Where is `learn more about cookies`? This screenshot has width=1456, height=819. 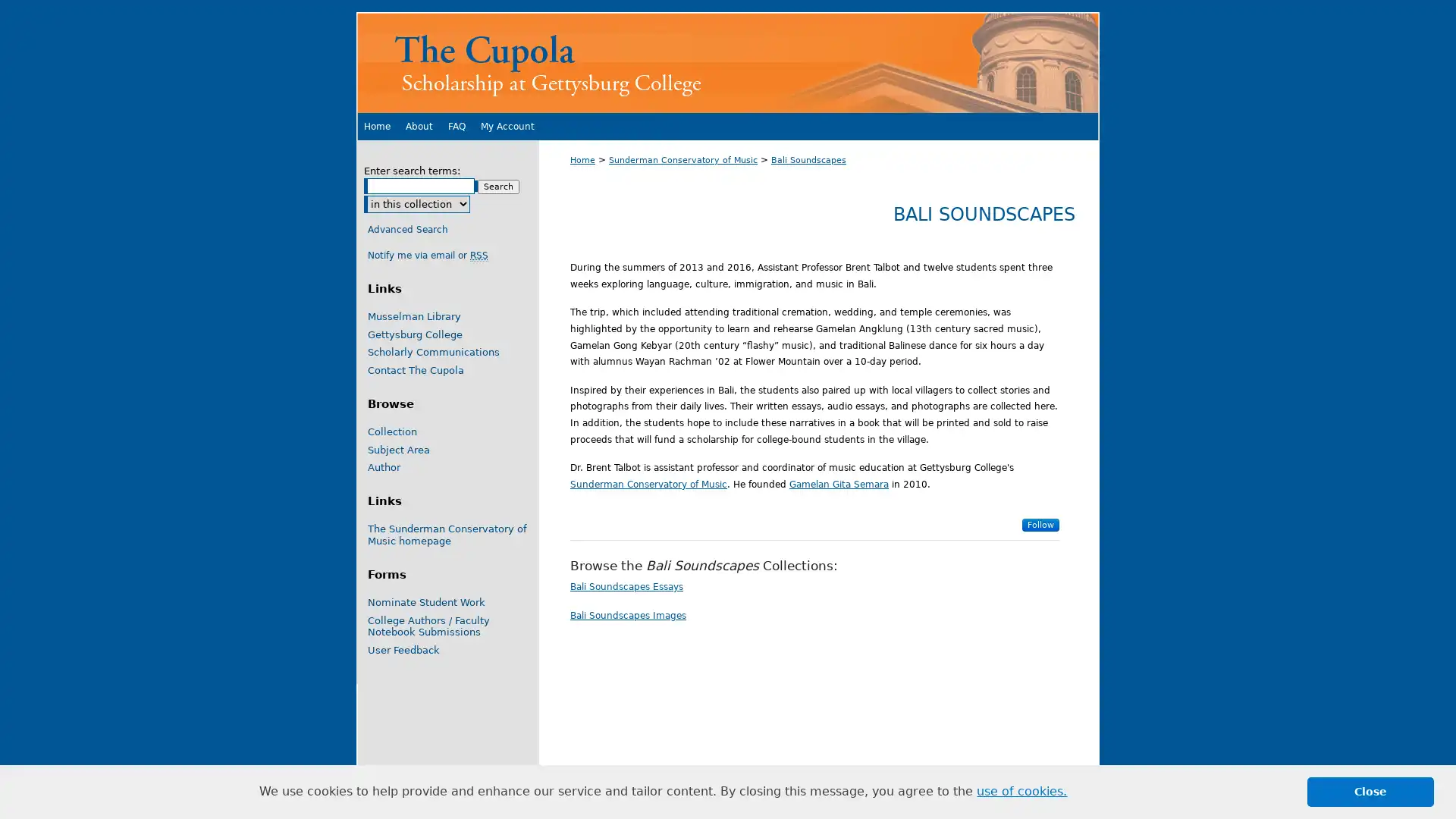
learn more about cookies is located at coordinates (1021, 791).